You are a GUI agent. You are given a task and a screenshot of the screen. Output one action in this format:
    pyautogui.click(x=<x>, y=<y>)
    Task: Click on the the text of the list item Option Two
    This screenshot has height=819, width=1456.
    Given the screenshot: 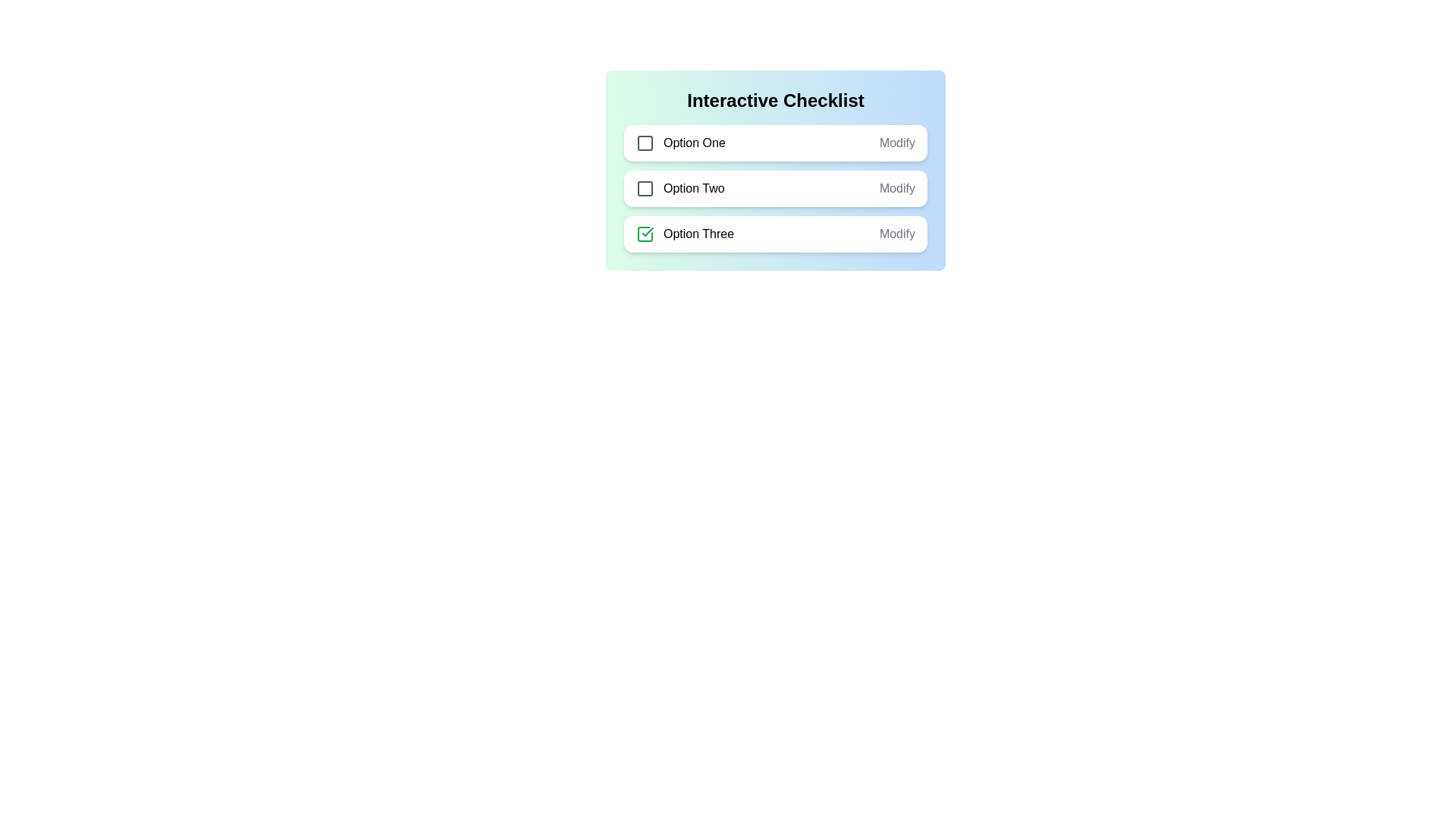 What is the action you would take?
    pyautogui.click(x=679, y=188)
    